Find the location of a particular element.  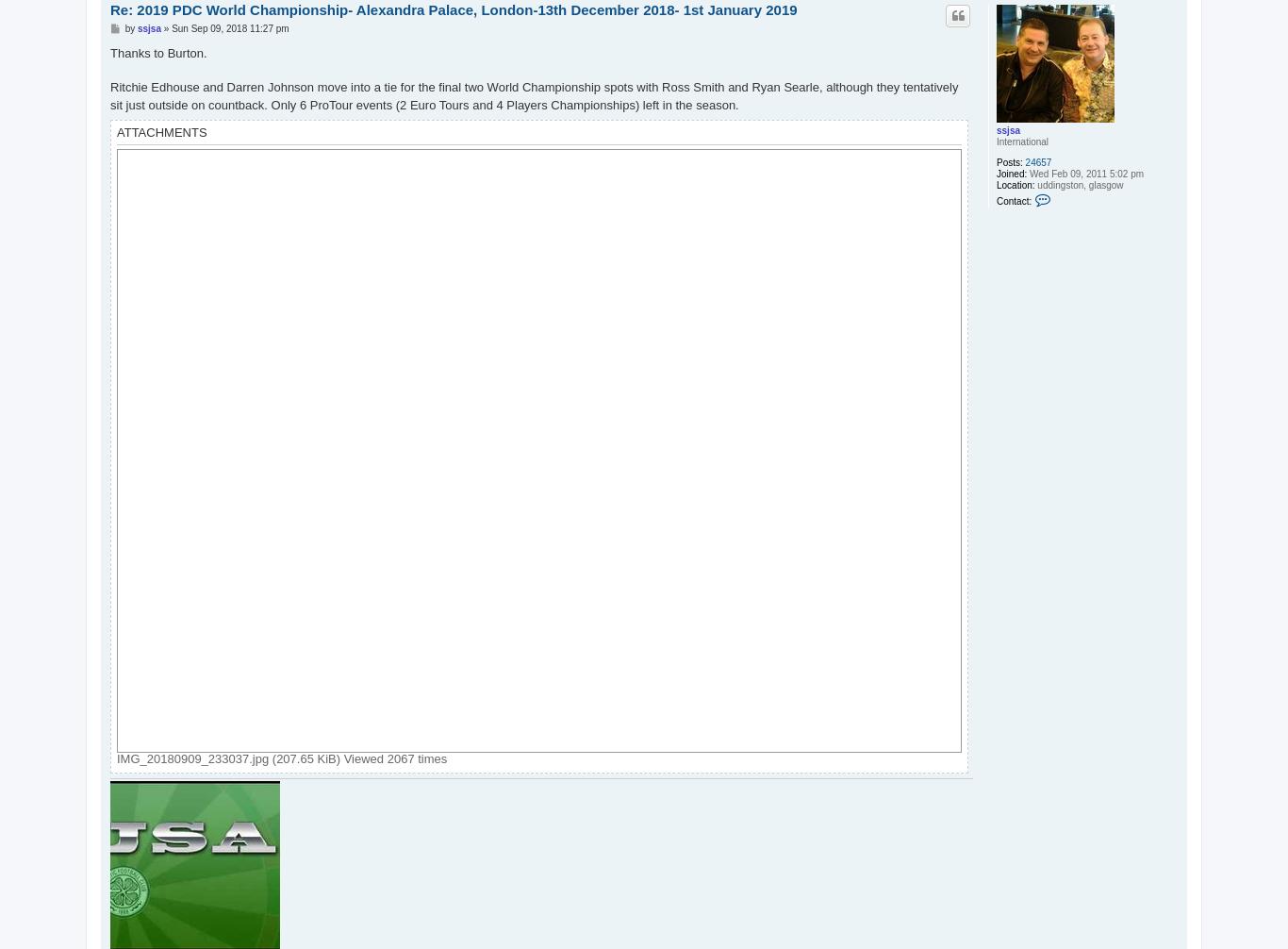

'International' is located at coordinates (1021, 141).